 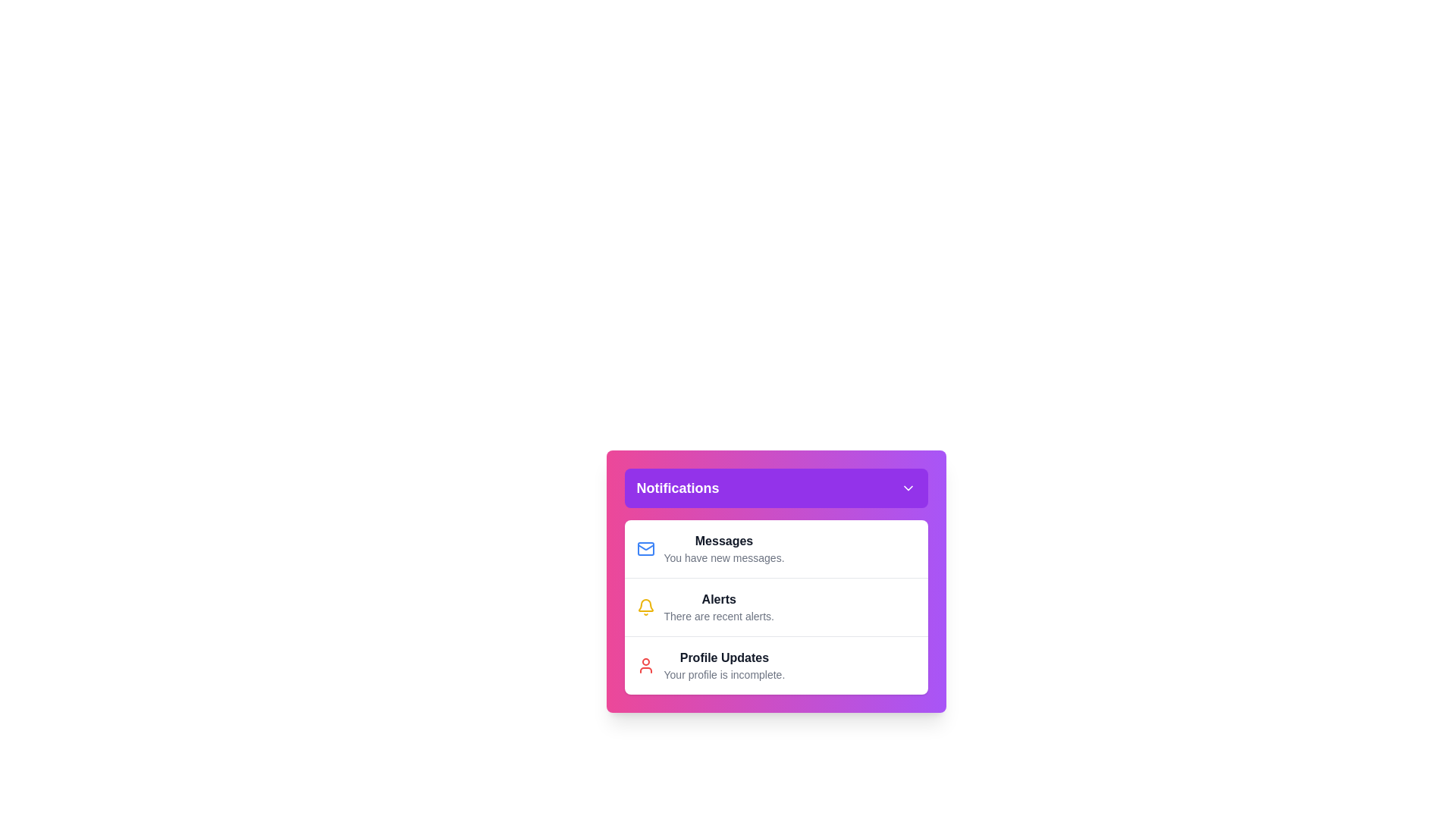 What do you see at coordinates (723, 558) in the screenshot?
I see `the informative text that says 'You have new messages.' located below the bold title 'Messages' in the notification card` at bounding box center [723, 558].